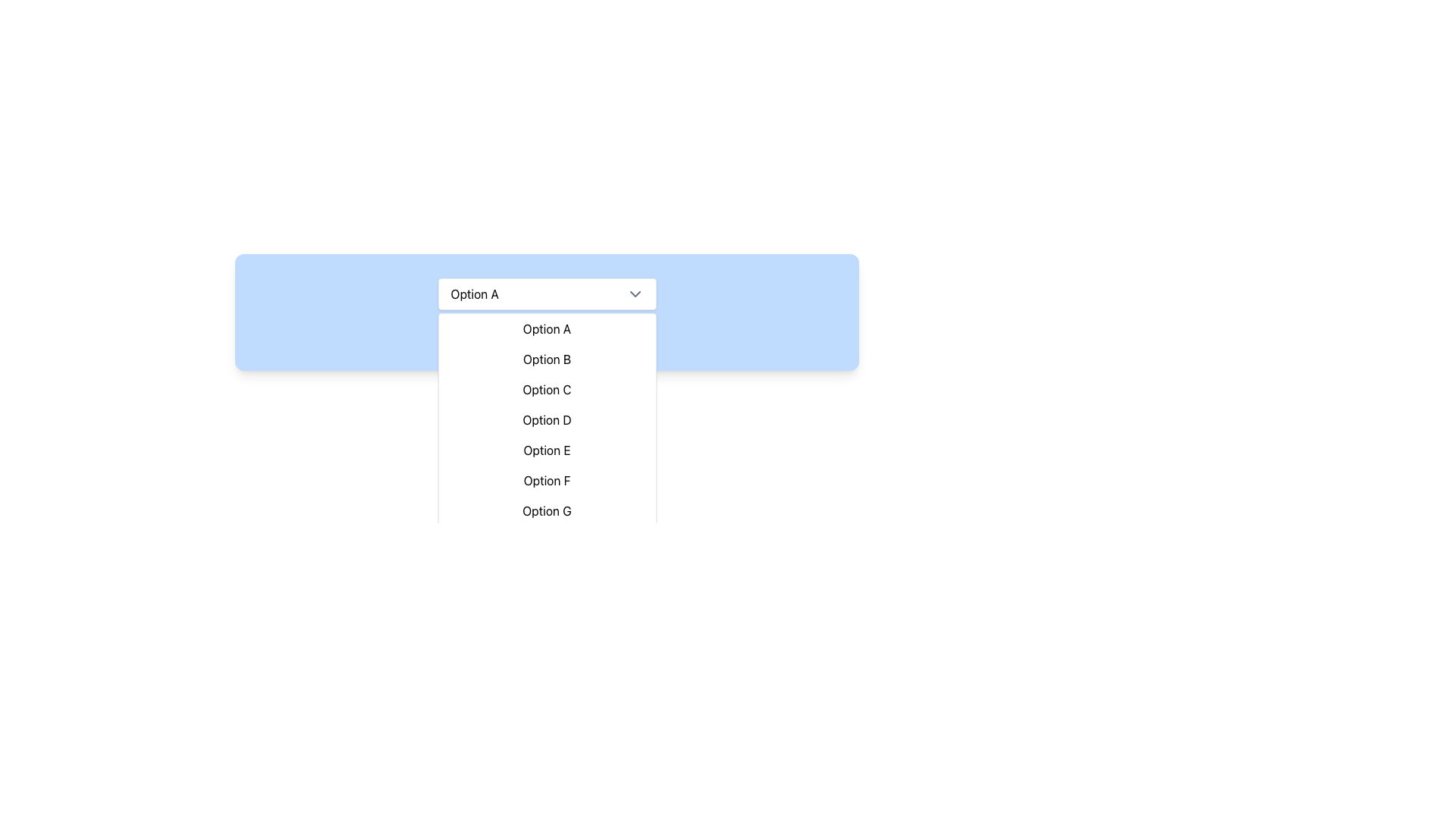 Image resolution: width=1456 pixels, height=819 pixels. I want to click on the second option in the dropdown menu, so click(546, 359).